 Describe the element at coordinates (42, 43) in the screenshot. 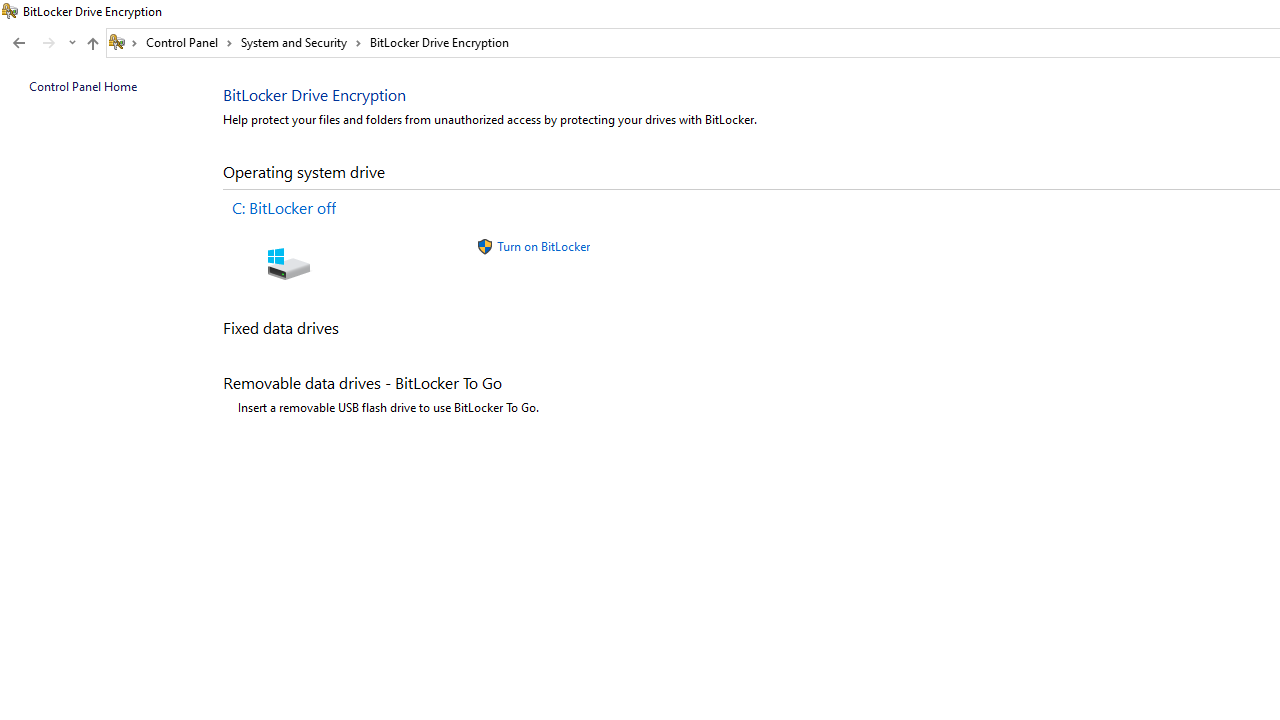

I see `'Navigation buttons'` at that location.